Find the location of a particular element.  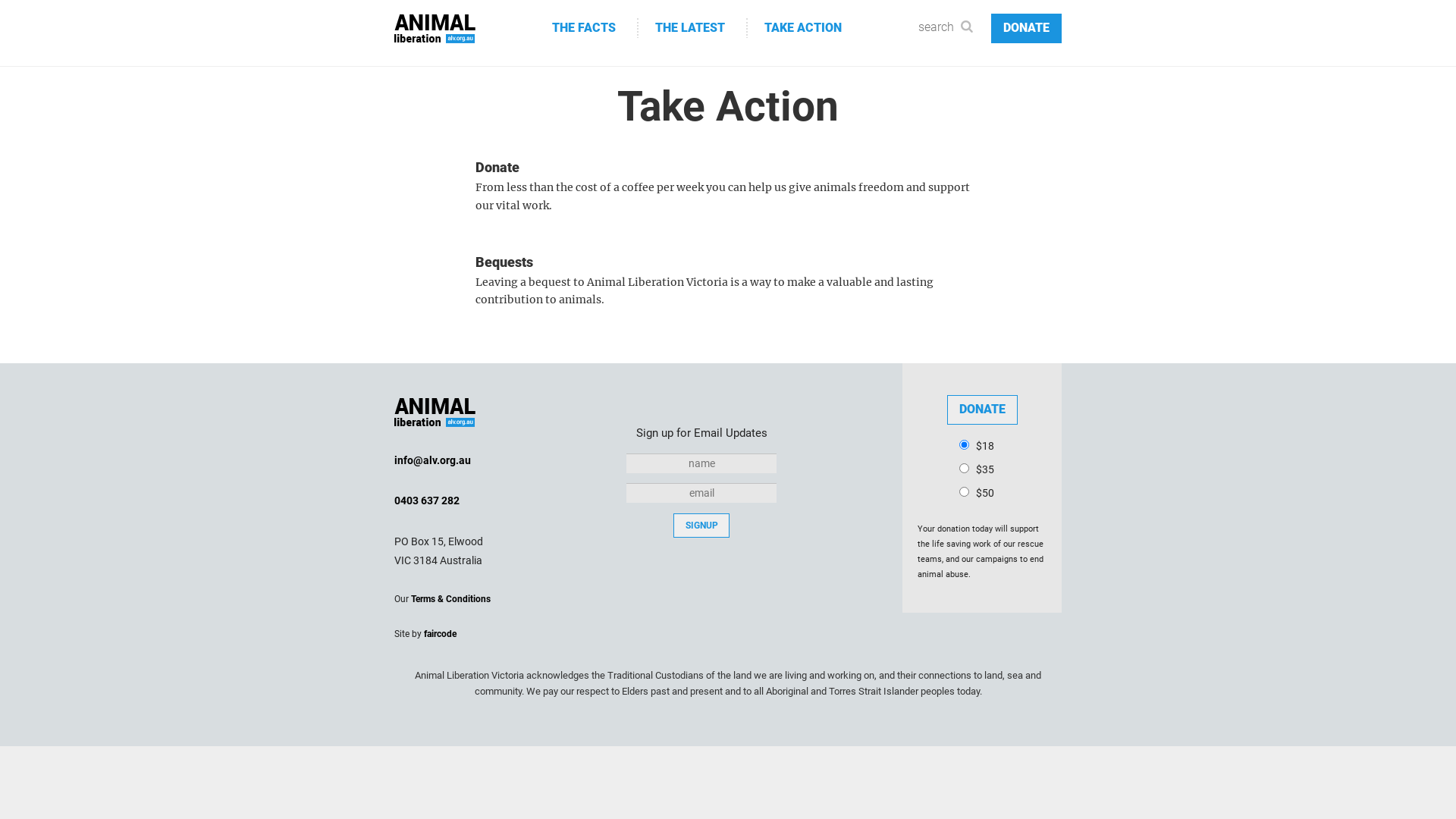

'Terms & Conditions' is located at coordinates (450, 598).